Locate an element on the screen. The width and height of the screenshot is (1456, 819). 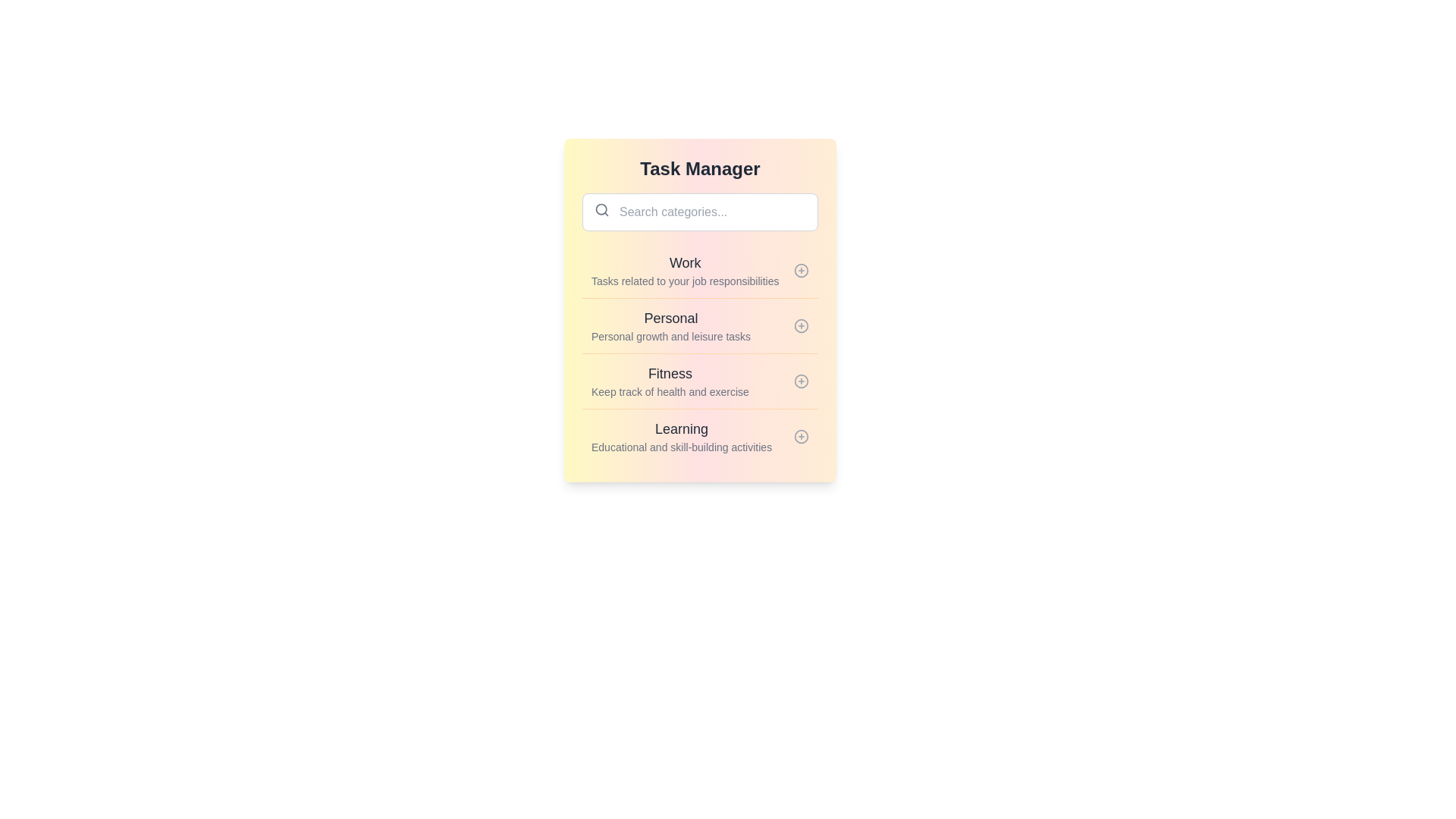
the circular segment of the plus icon located to the right of the 'Fitness' category in the list is located at coordinates (800, 380).